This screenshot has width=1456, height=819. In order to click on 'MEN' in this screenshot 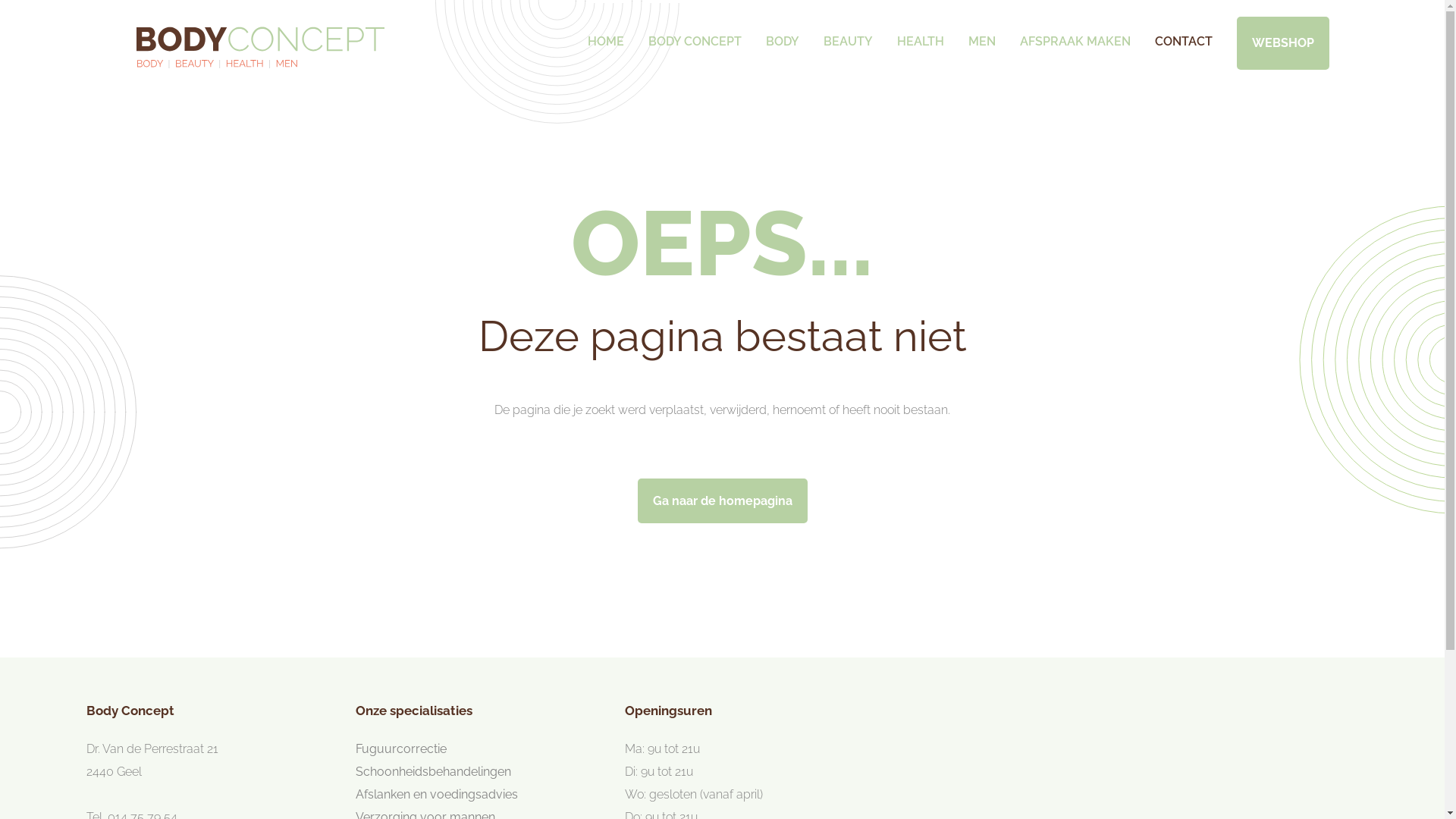, I will do `click(965, 33)`.